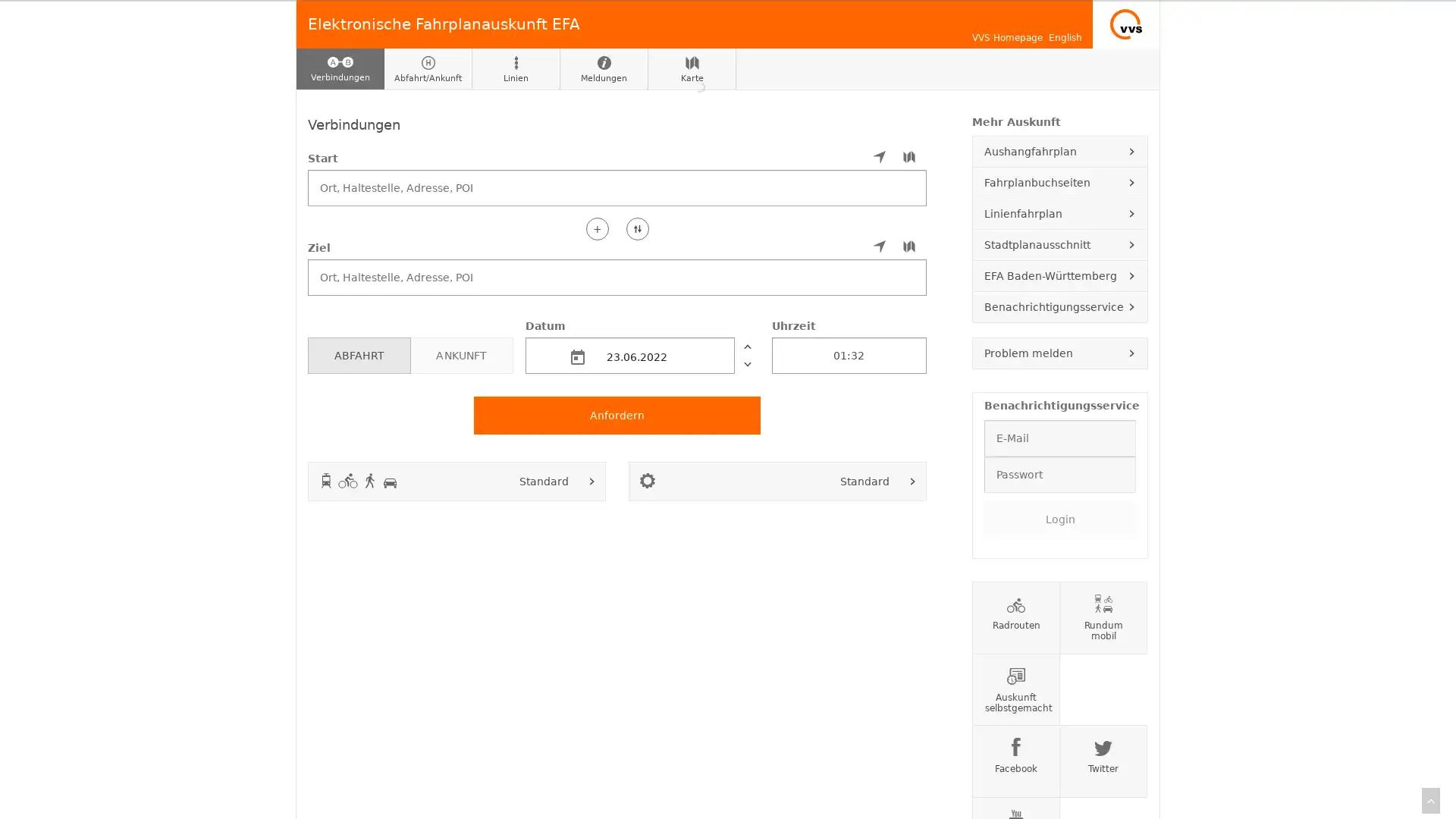  I want to click on ABFAHRT, so click(358, 354).